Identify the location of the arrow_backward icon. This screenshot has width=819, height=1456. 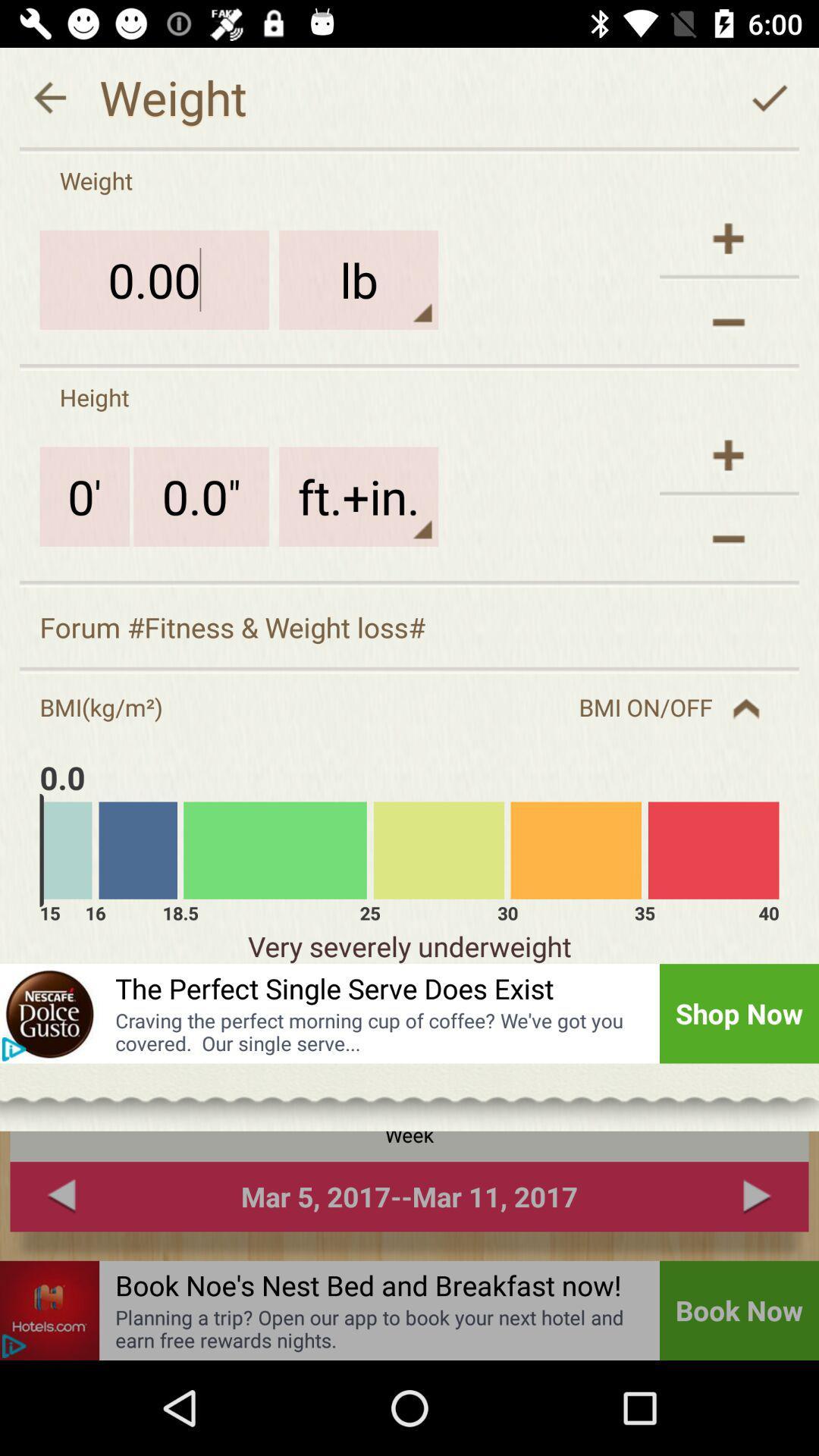
(49, 96).